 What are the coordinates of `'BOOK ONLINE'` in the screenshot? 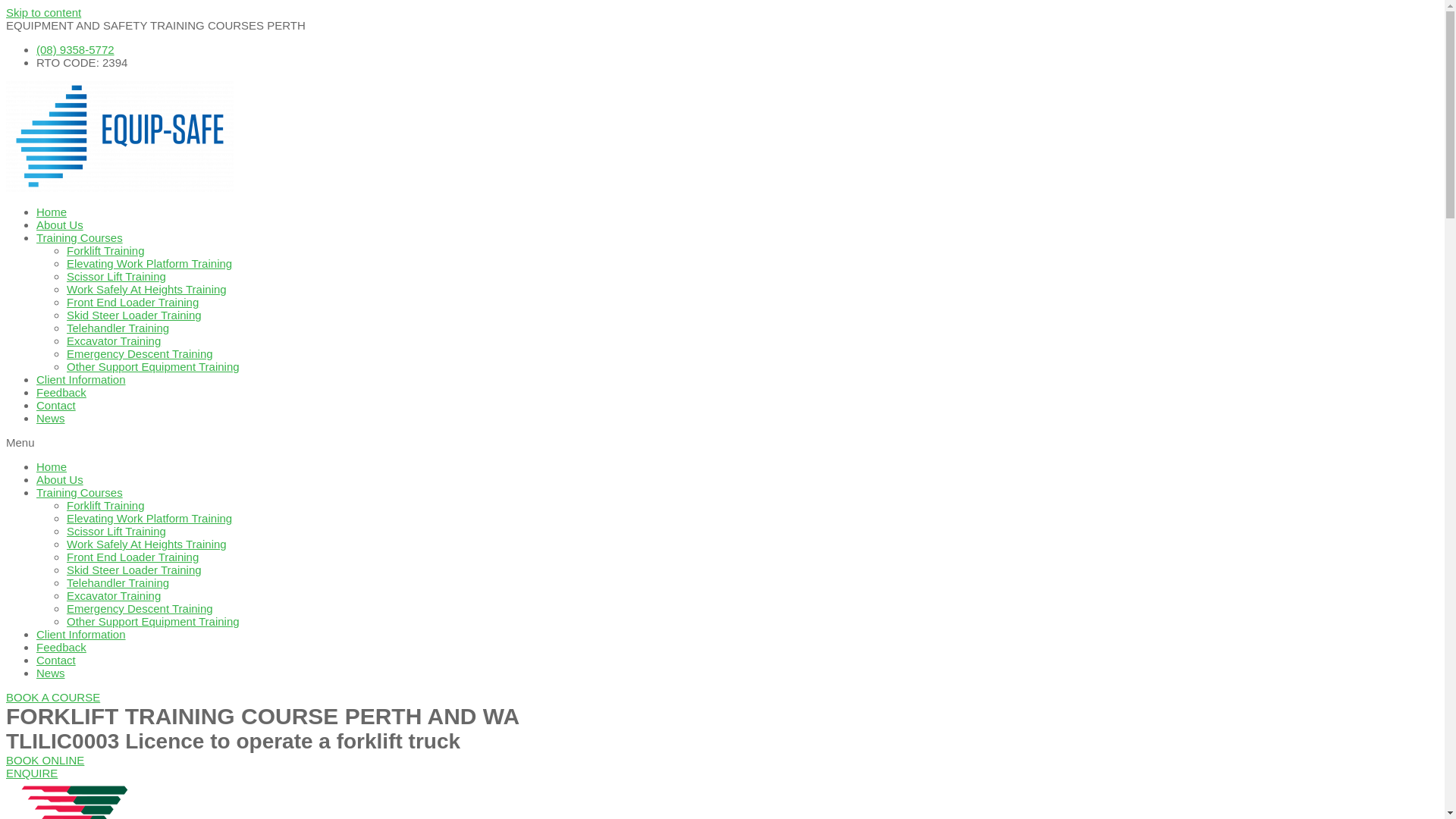 It's located at (45, 760).